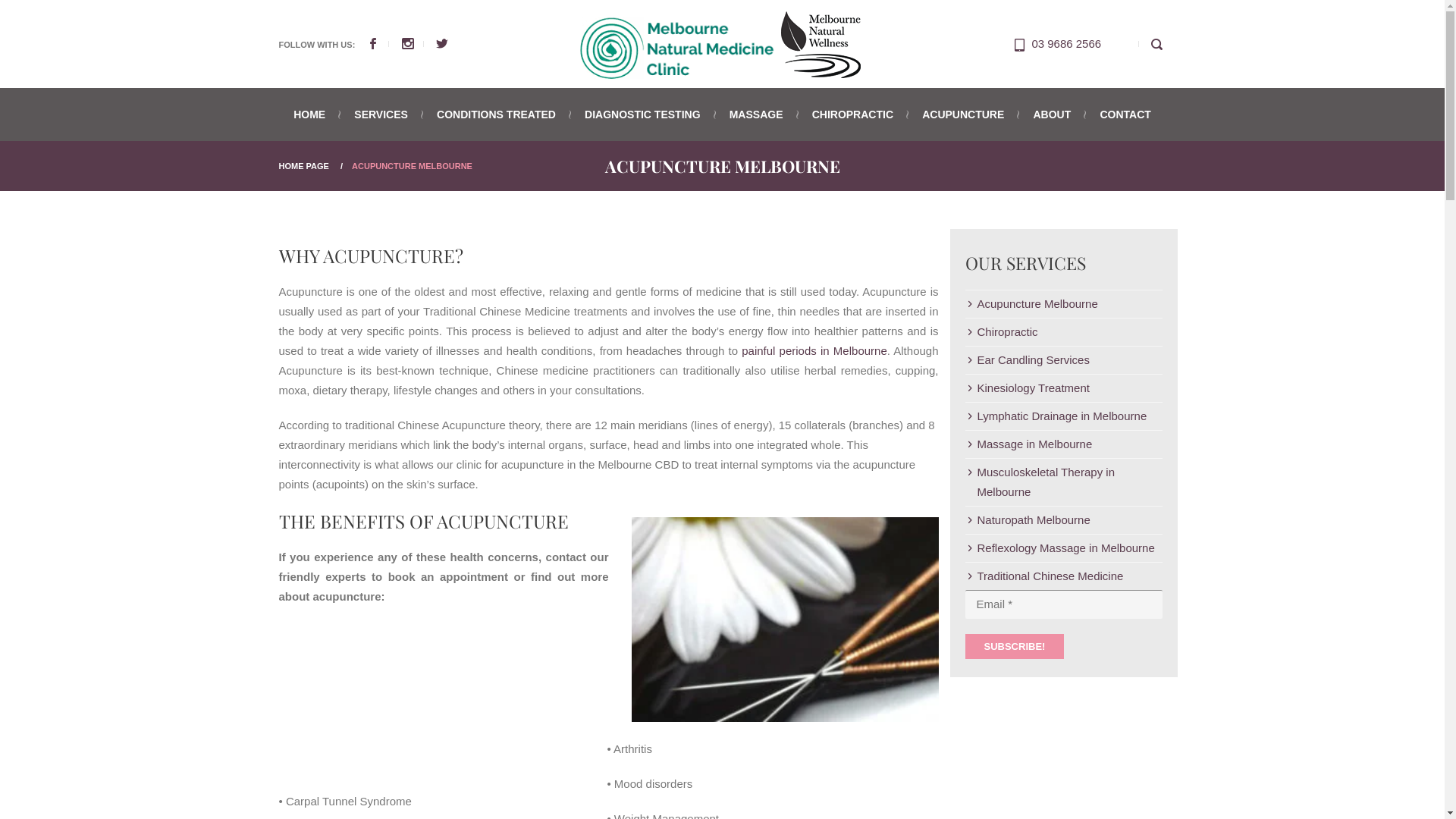 This screenshot has width=1456, height=819. What do you see at coordinates (1051, 113) in the screenshot?
I see `'ABOUT'` at bounding box center [1051, 113].